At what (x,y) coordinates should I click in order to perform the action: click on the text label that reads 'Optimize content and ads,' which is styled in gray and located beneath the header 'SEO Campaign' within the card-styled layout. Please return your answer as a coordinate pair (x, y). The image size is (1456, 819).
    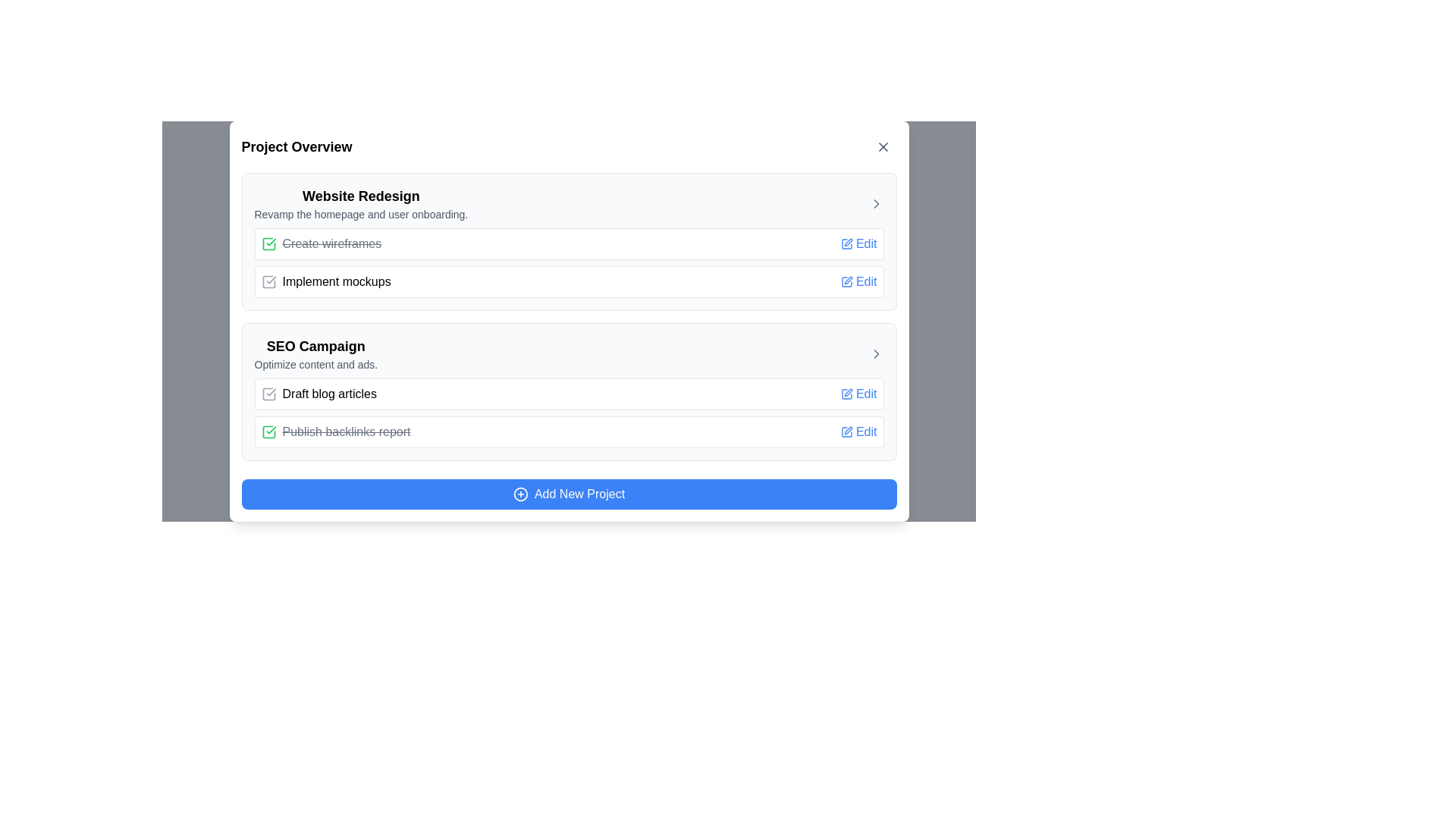
    Looking at the image, I should click on (315, 365).